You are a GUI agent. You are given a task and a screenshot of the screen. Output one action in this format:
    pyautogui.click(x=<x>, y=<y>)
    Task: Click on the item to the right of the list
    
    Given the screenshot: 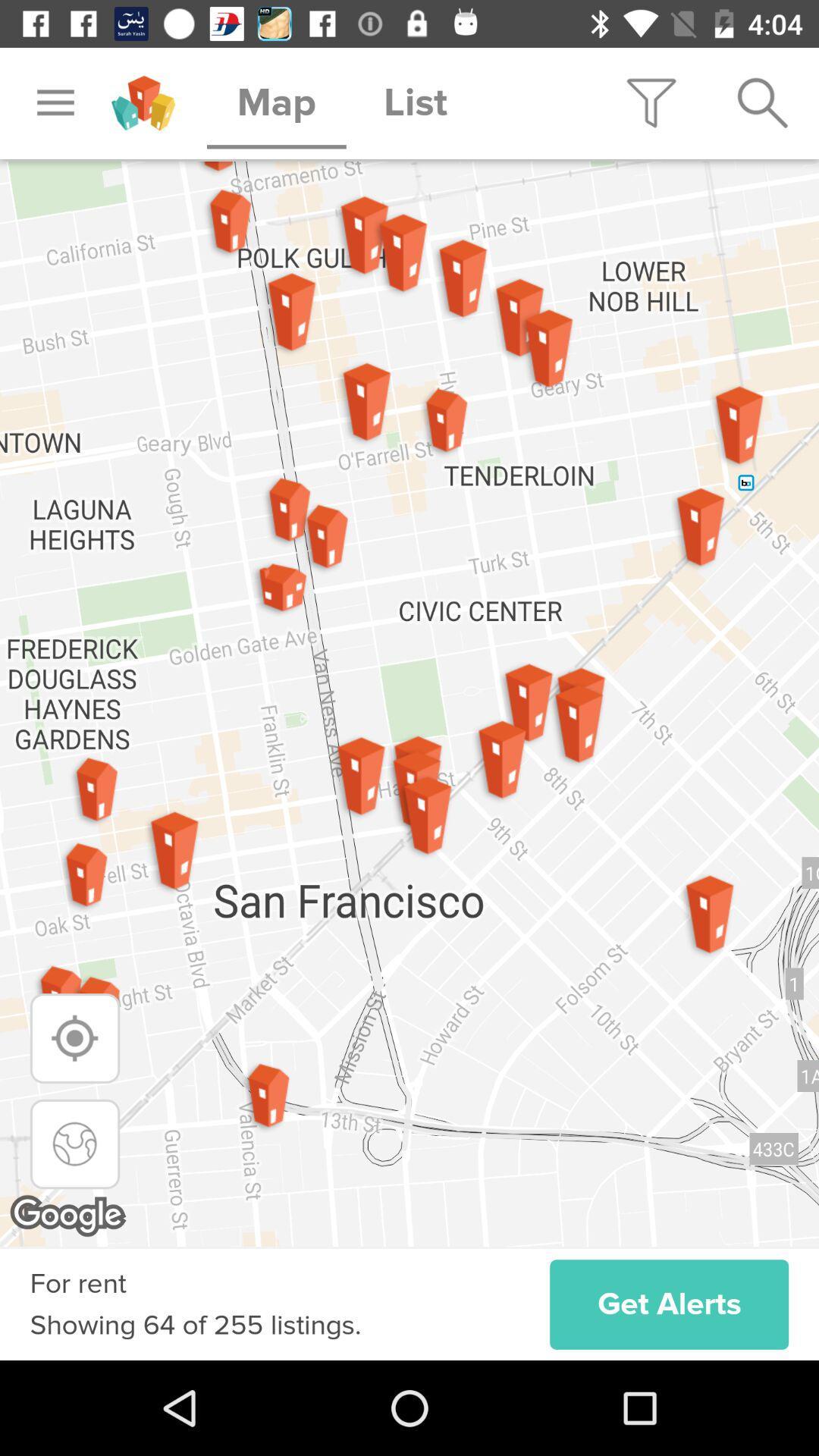 What is the action you would take?
    pyautogui.click(x=651, y=102)
    